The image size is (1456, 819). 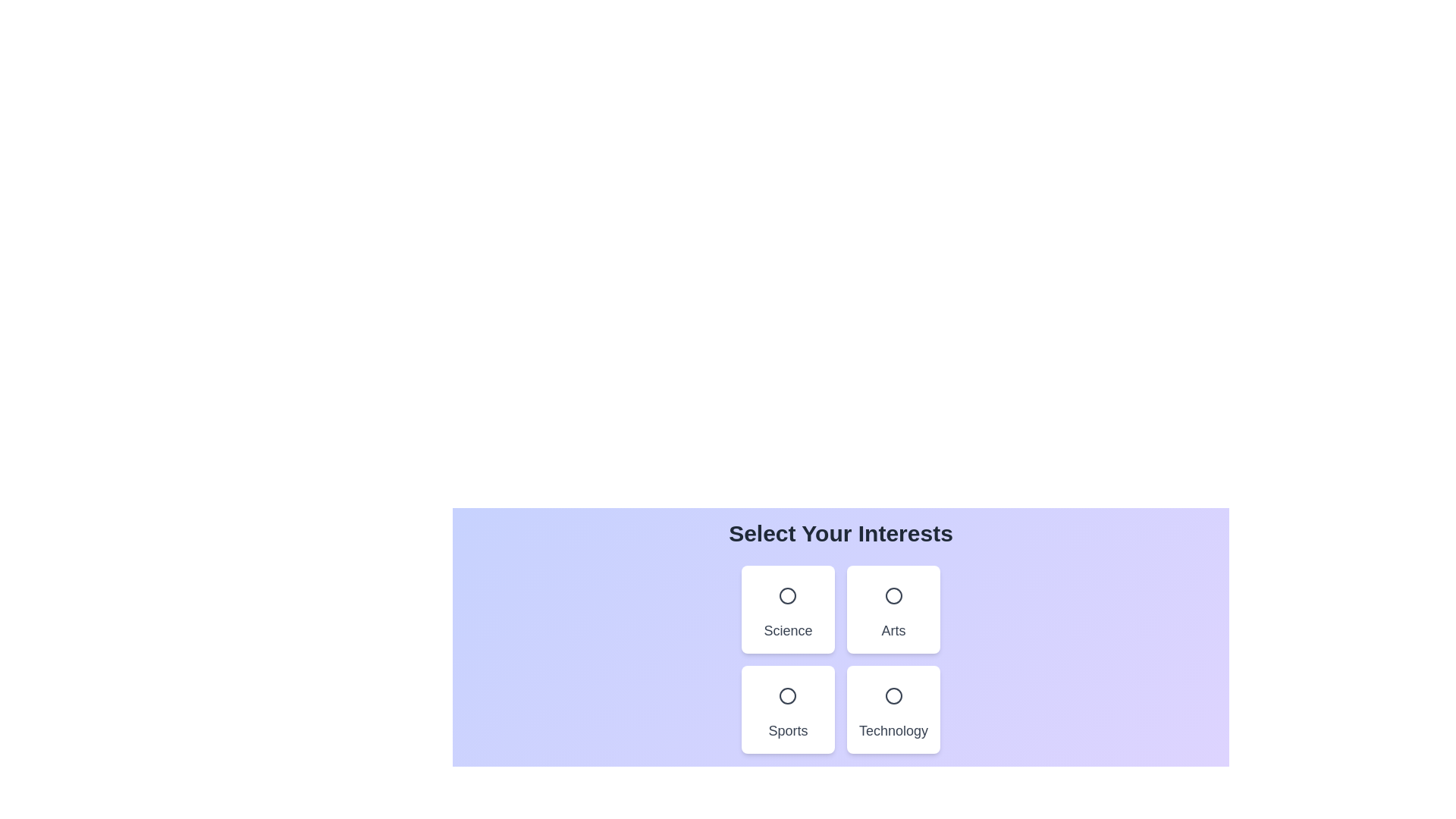 I want to click on the card representing the Technology category, so click(x=893, y=710).